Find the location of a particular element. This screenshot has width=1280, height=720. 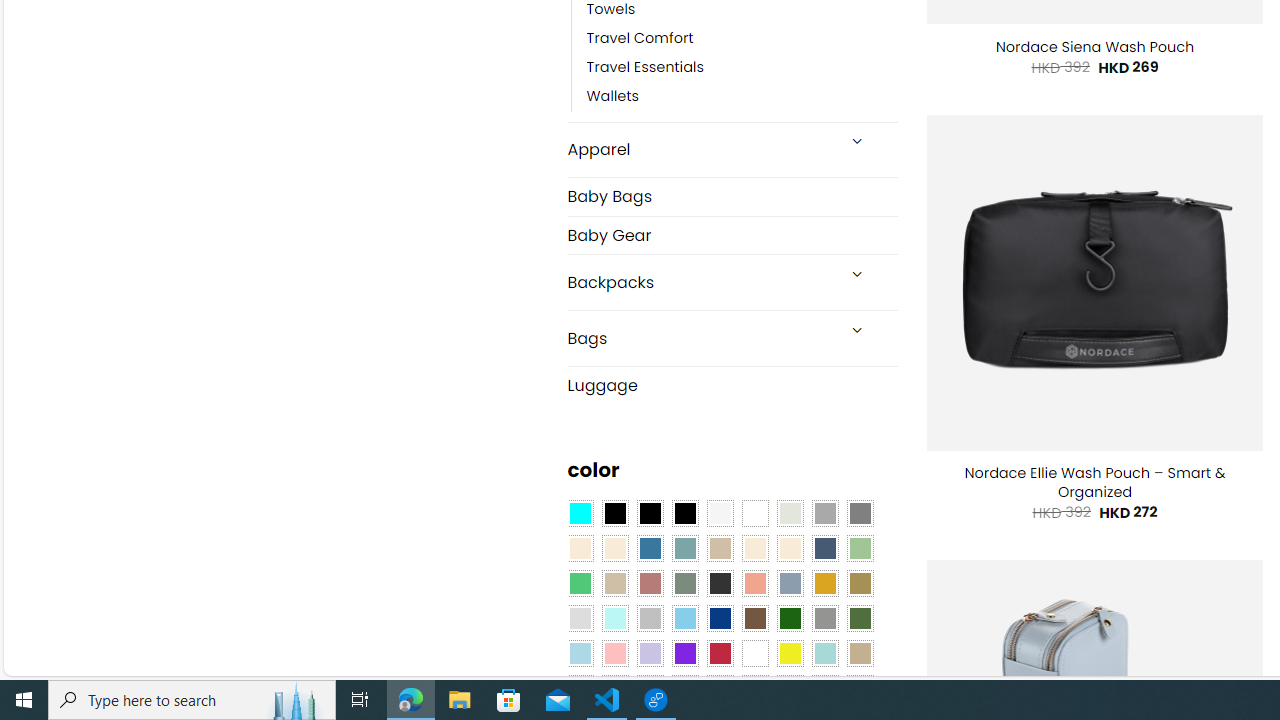

'Nordace Siena Wash Pouch' is located at coordinates (1094, 46).